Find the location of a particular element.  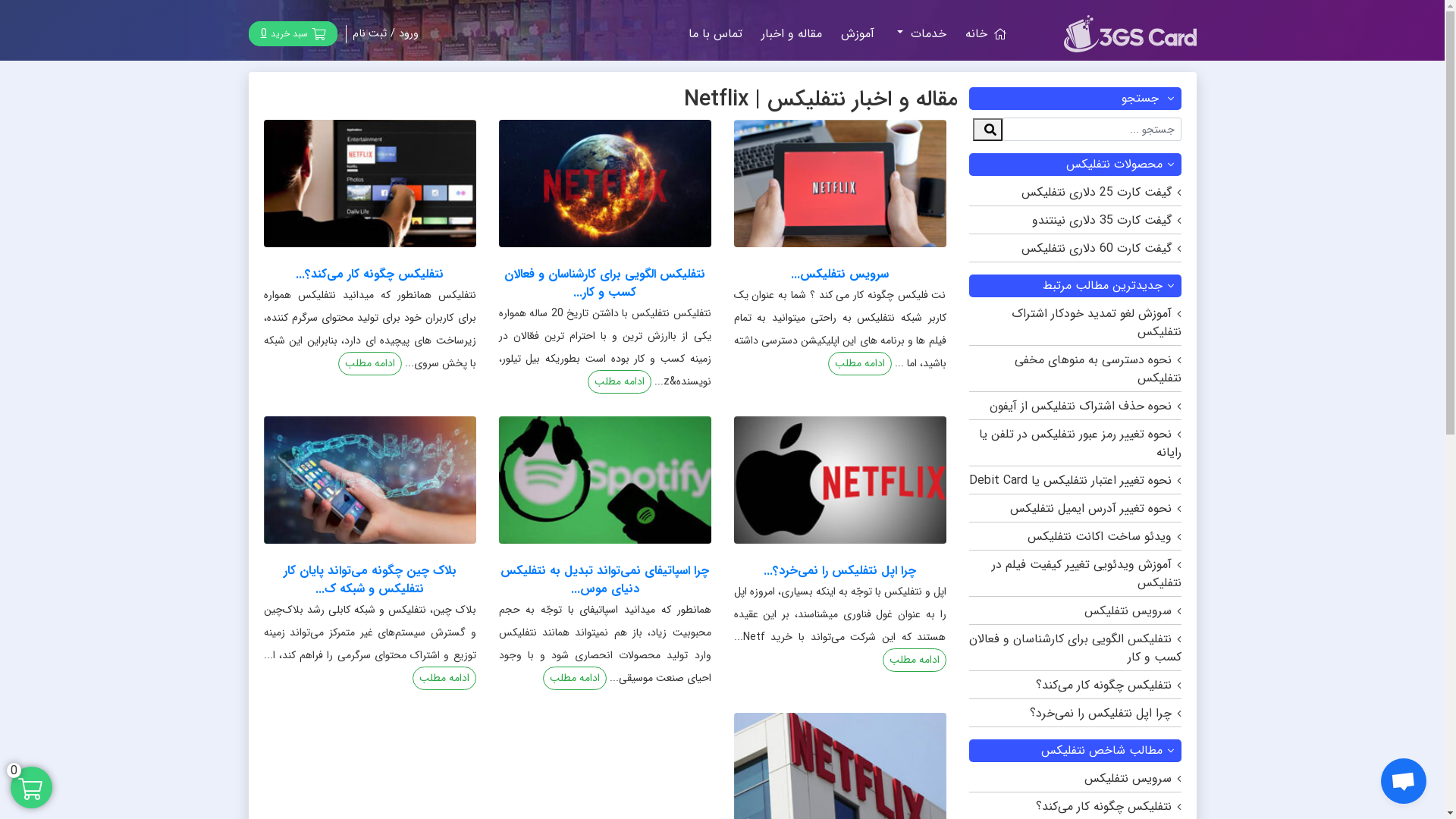

'3gscard' is located at coordinates (1129, 42).